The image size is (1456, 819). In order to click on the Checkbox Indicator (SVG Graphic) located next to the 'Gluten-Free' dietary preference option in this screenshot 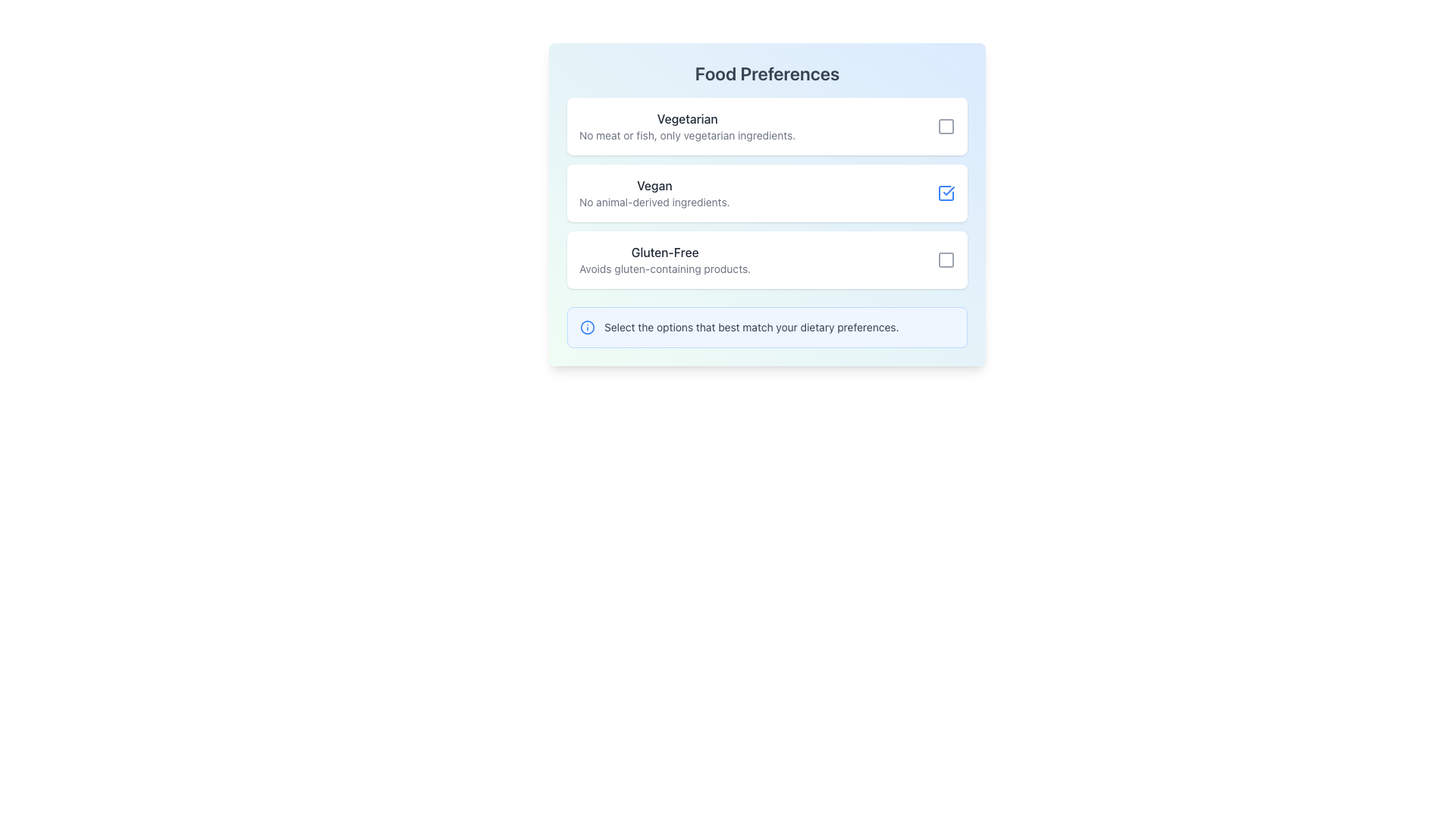, I will do `click(946, 259)`.